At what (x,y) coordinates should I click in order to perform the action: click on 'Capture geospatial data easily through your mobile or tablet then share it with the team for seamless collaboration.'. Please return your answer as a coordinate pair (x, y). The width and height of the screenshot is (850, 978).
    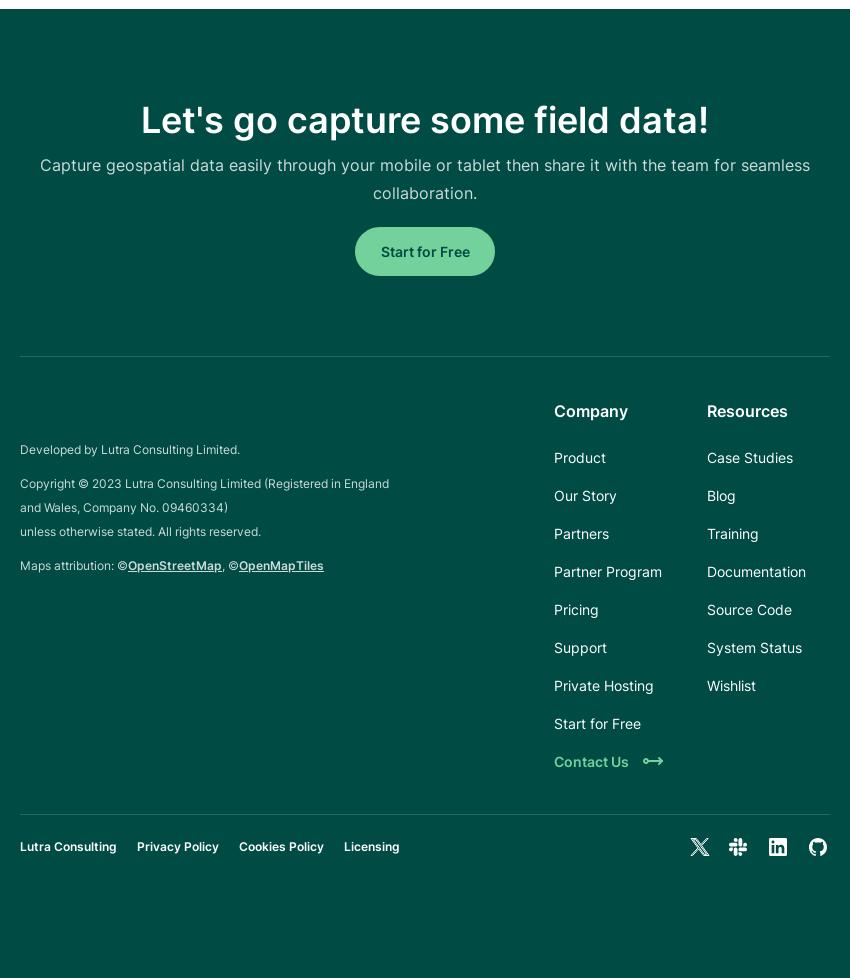
    Looking at the image, I should click on (425, 177).